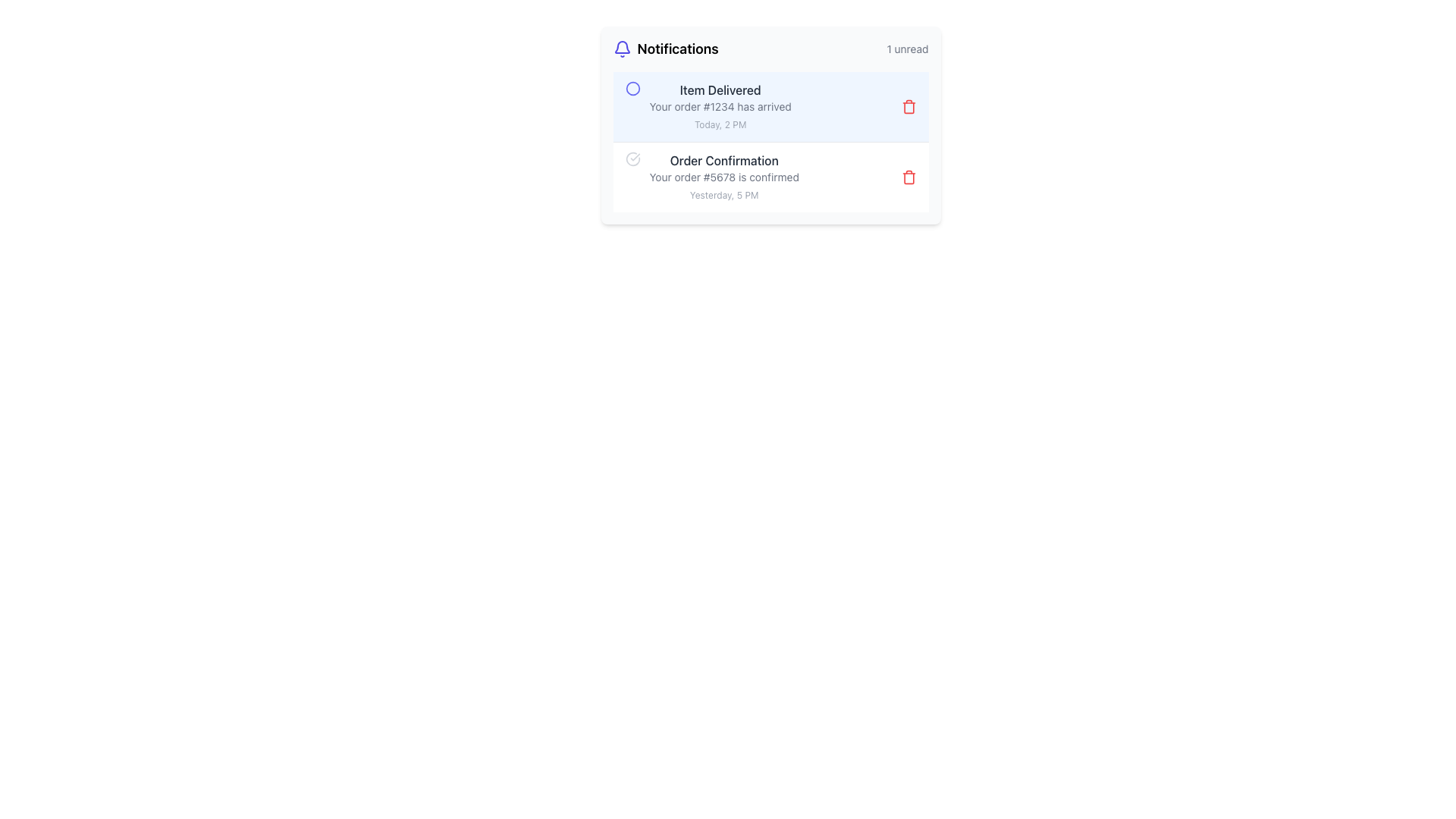 The width and height of the screenshot is (1456, 819). I want to click on the 'Order Confirmation' notification entry, so click(711, 177).